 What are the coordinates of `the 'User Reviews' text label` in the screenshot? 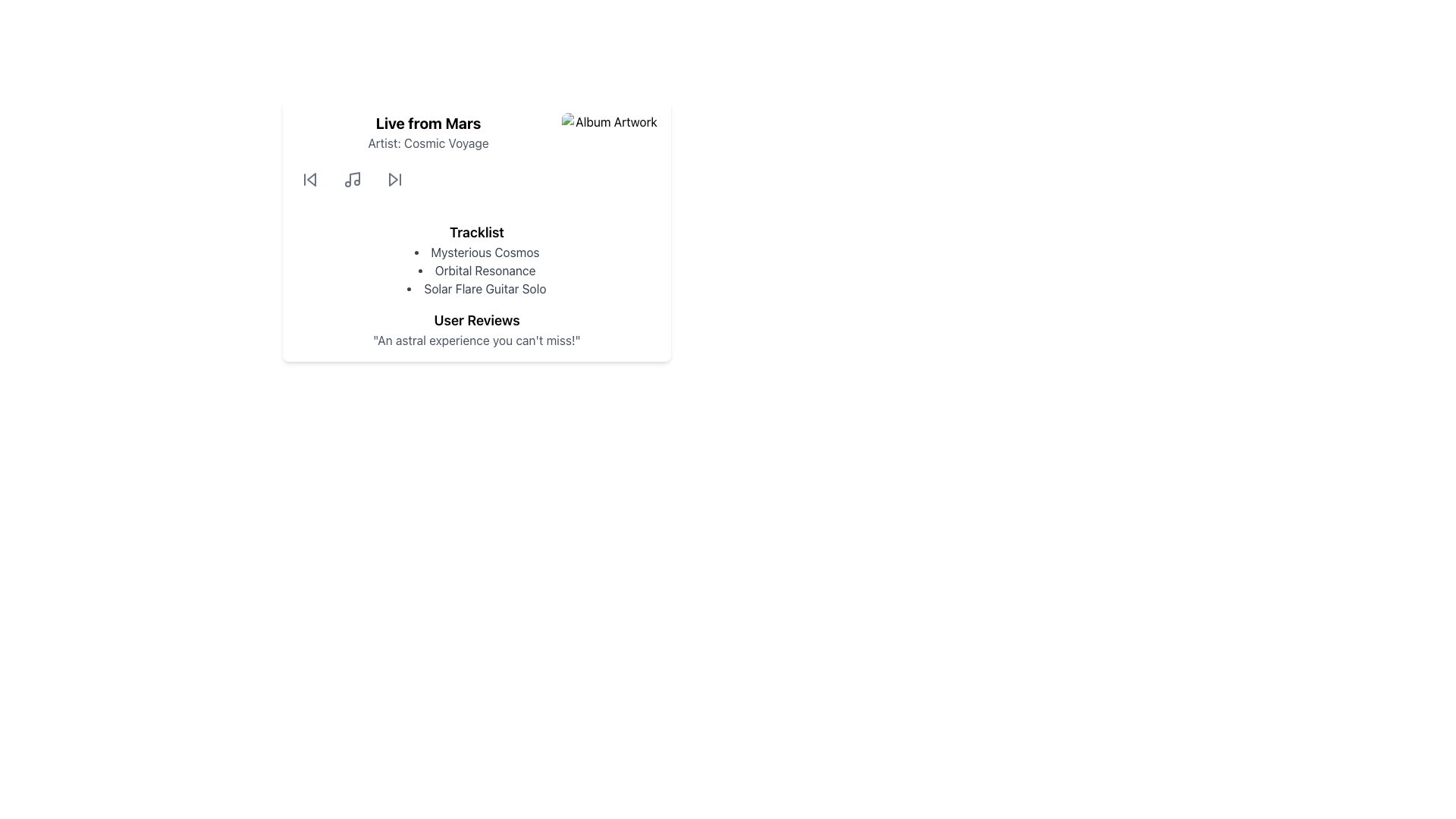 It's located at (475, 320).